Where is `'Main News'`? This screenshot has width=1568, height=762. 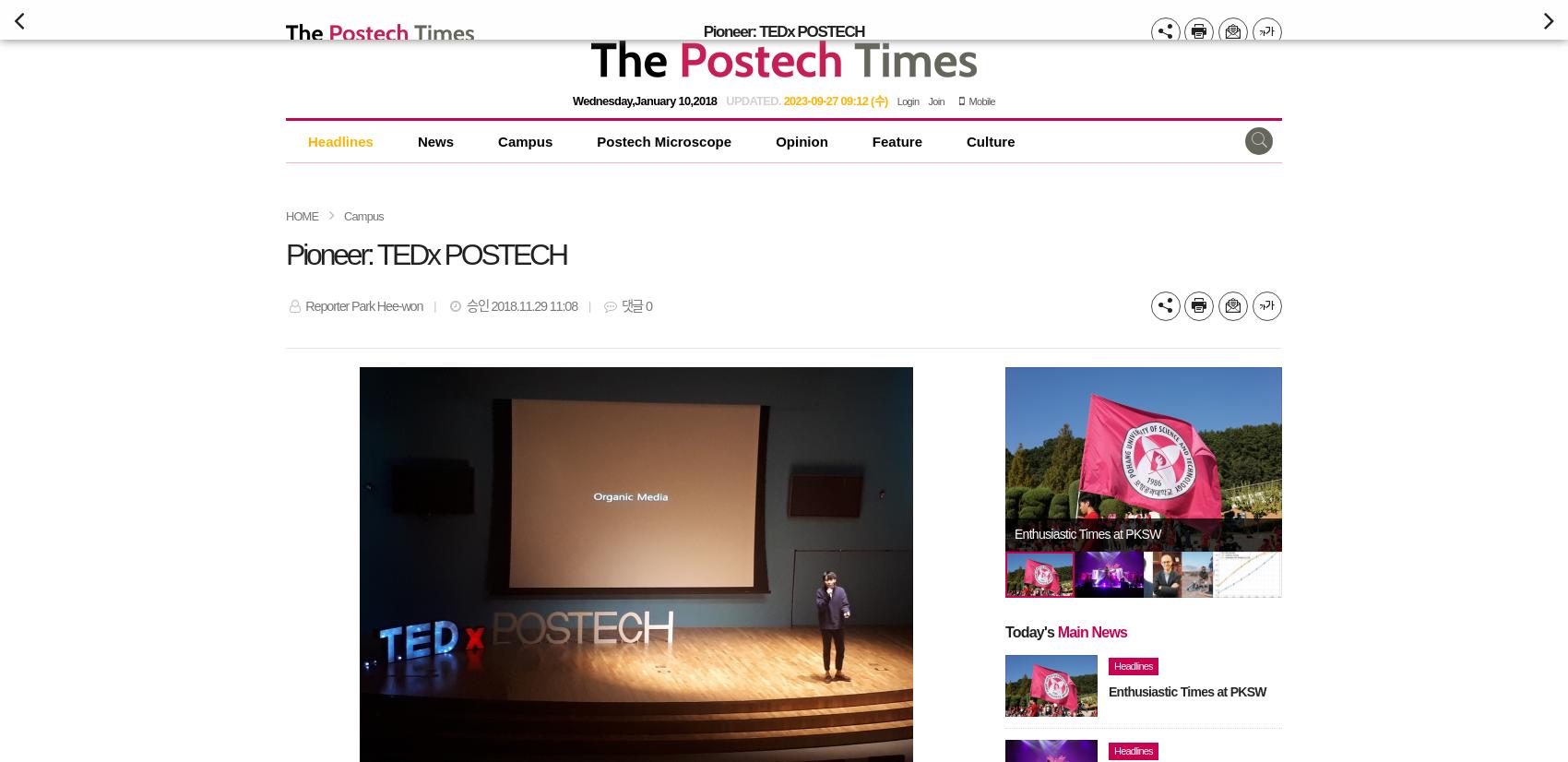 'Main News' is located at coordinates (1091, 630).